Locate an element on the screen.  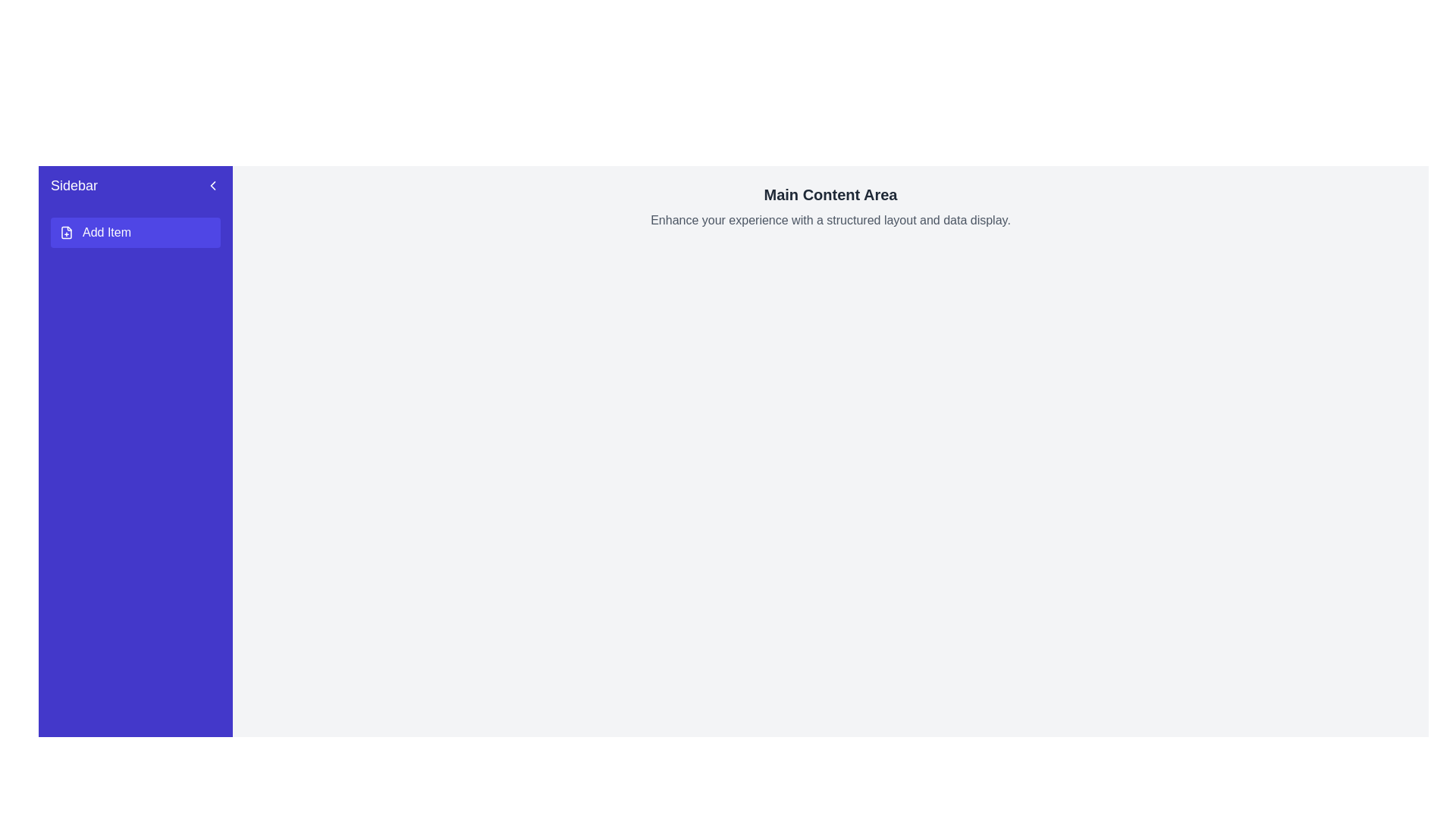
the text label that reads 'Enhance your experience with a structured layout and data display.' located underneath the title 'Main Content Area.' is located at coordinates (830, 220).